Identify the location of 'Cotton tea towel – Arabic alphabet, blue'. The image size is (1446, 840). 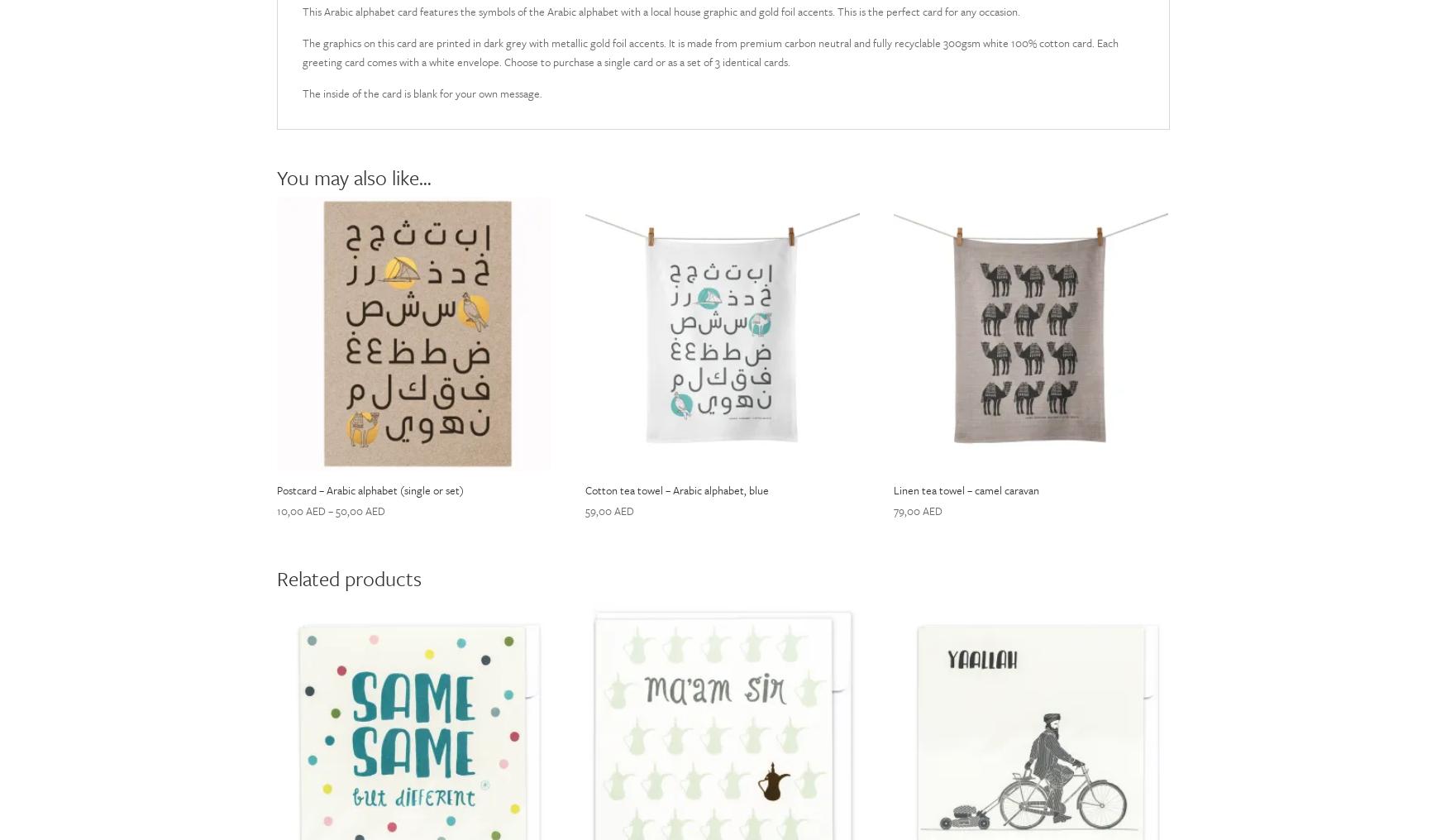
(583, 490).